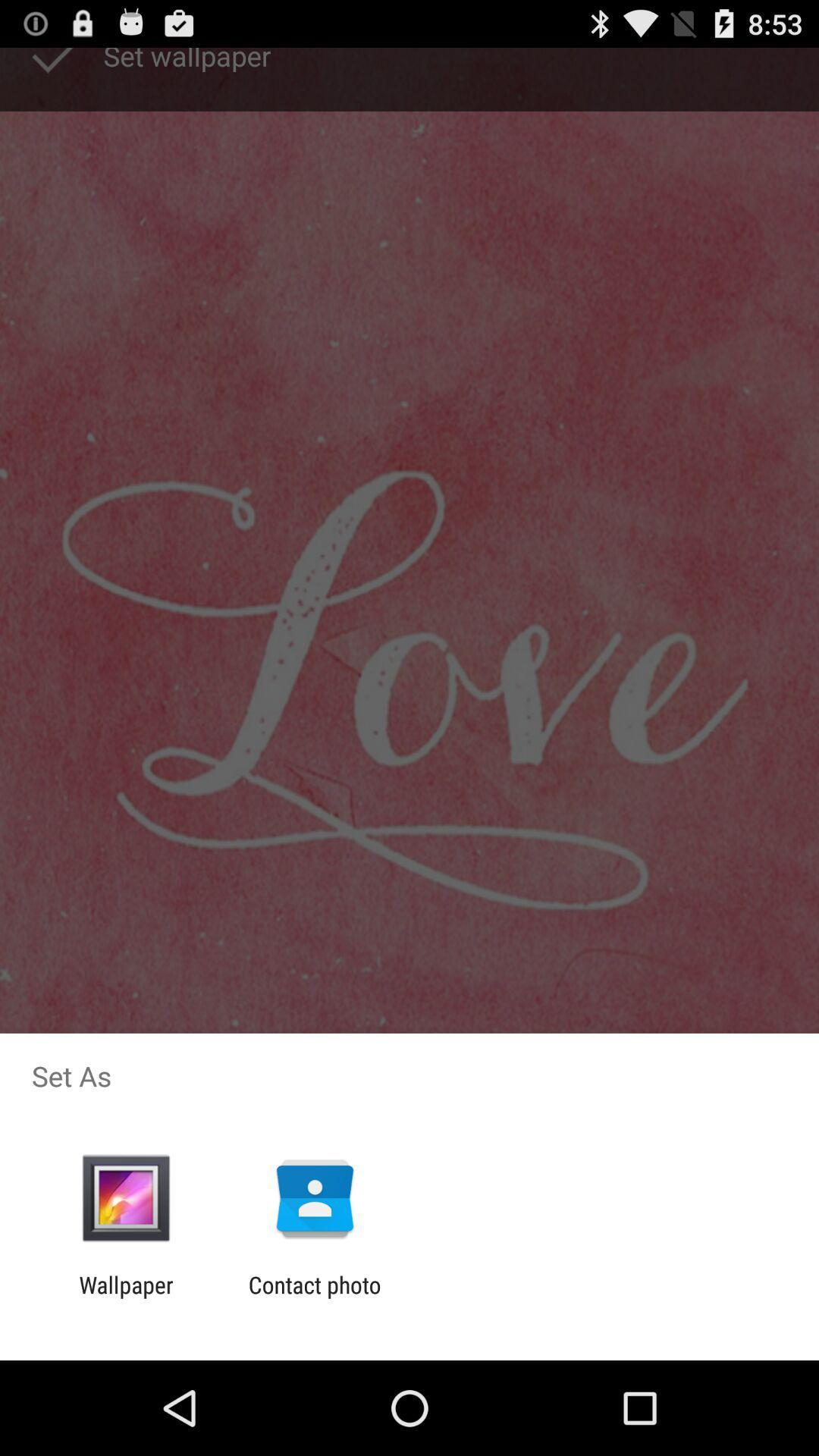 Image resolution: width=819 pixels, height=1456 pixels. I want to click on the icon next to wallpaper icon, so click(314, 1298).